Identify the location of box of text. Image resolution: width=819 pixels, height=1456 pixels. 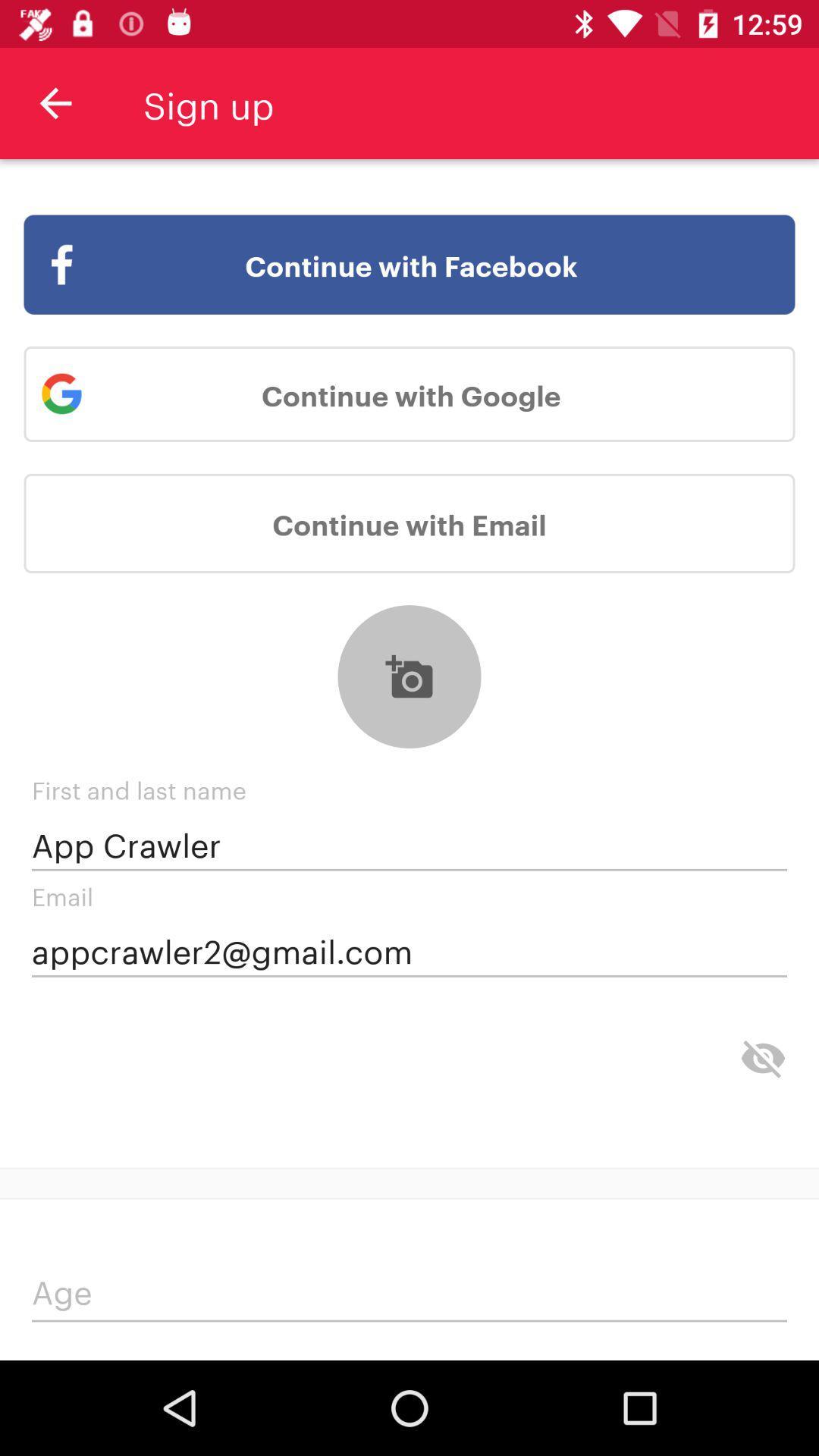
(409, 1294).